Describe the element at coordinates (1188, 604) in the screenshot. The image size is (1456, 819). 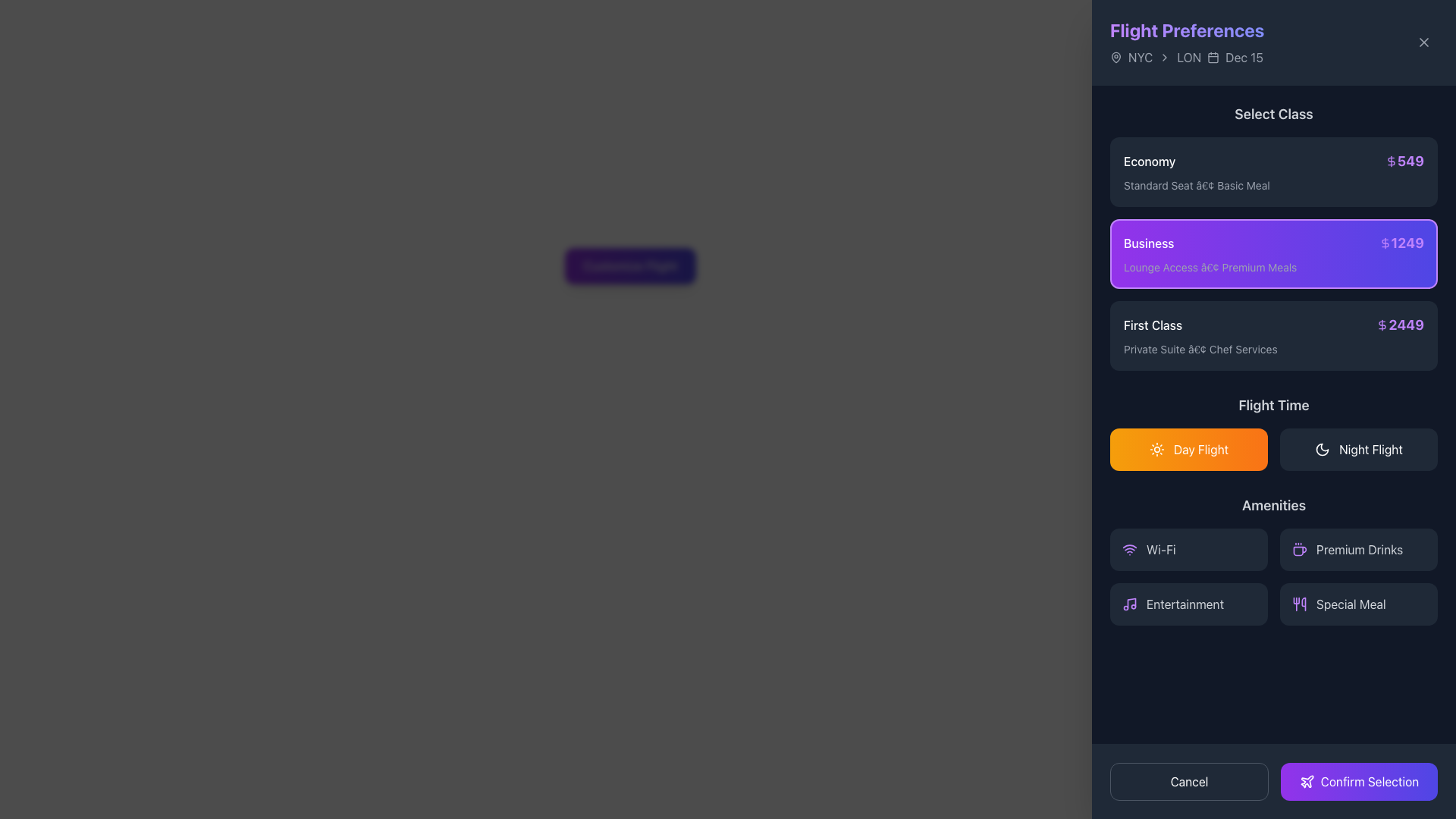
I see `the 'Entertainment' button located in the 'Amenities' section, which has a dark blue background and features a musical note icon` at that location.